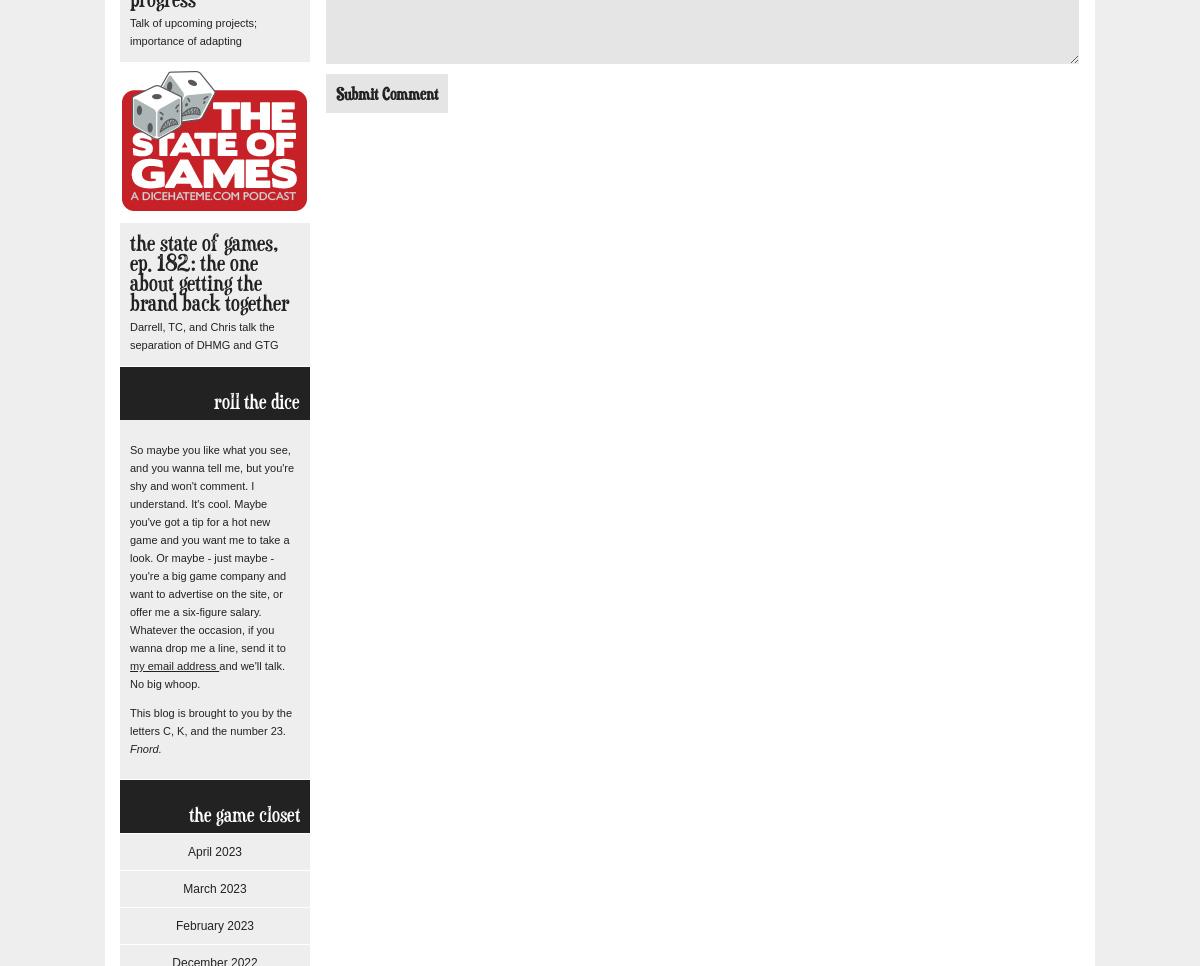  I want to click on 'Talk of upcoming projects; importance of adapting', so click(192, 30).